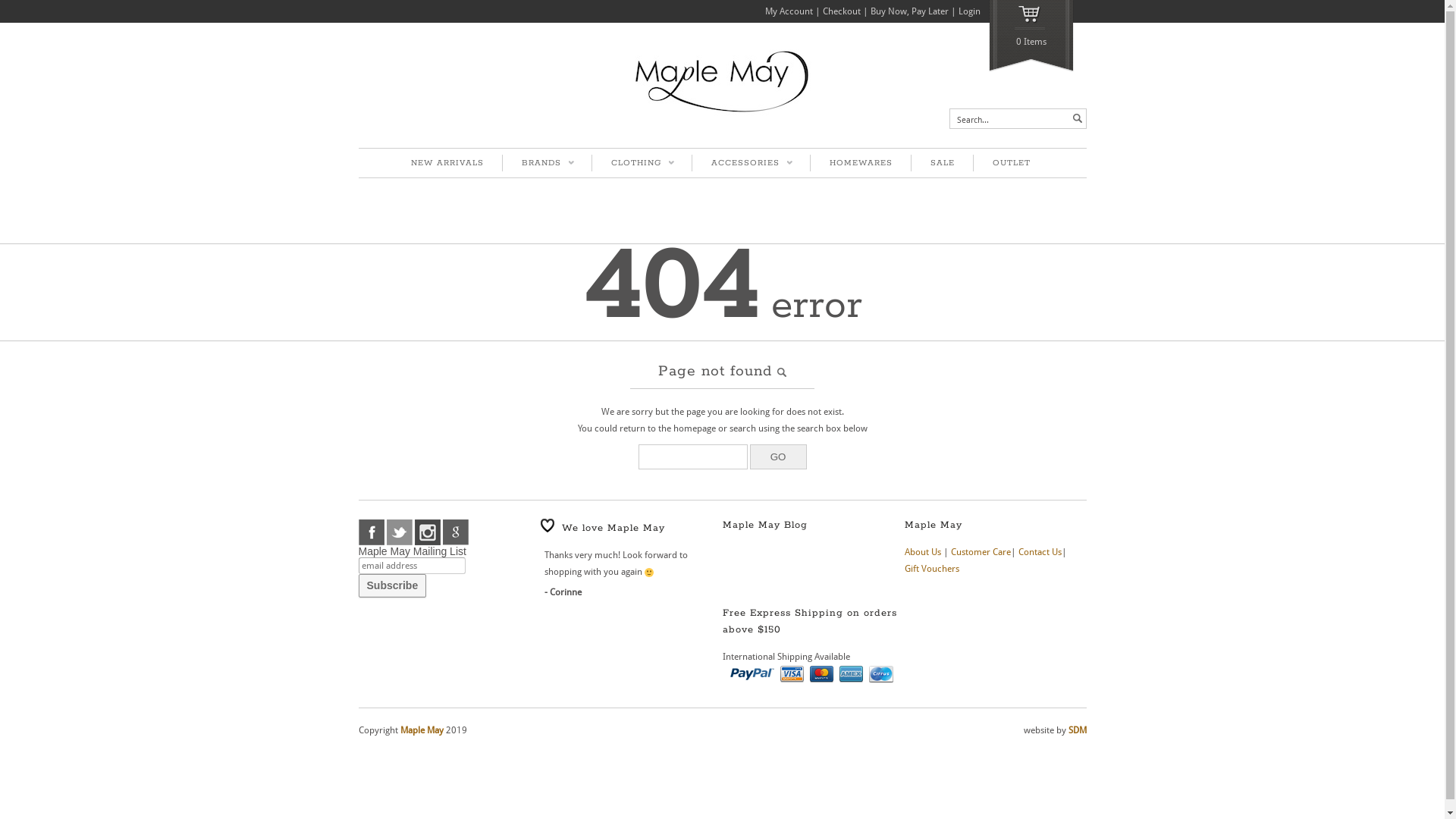 The height and width of the screenshot is (819, 1456). I want to click on 'twitter', so click(386, 532).